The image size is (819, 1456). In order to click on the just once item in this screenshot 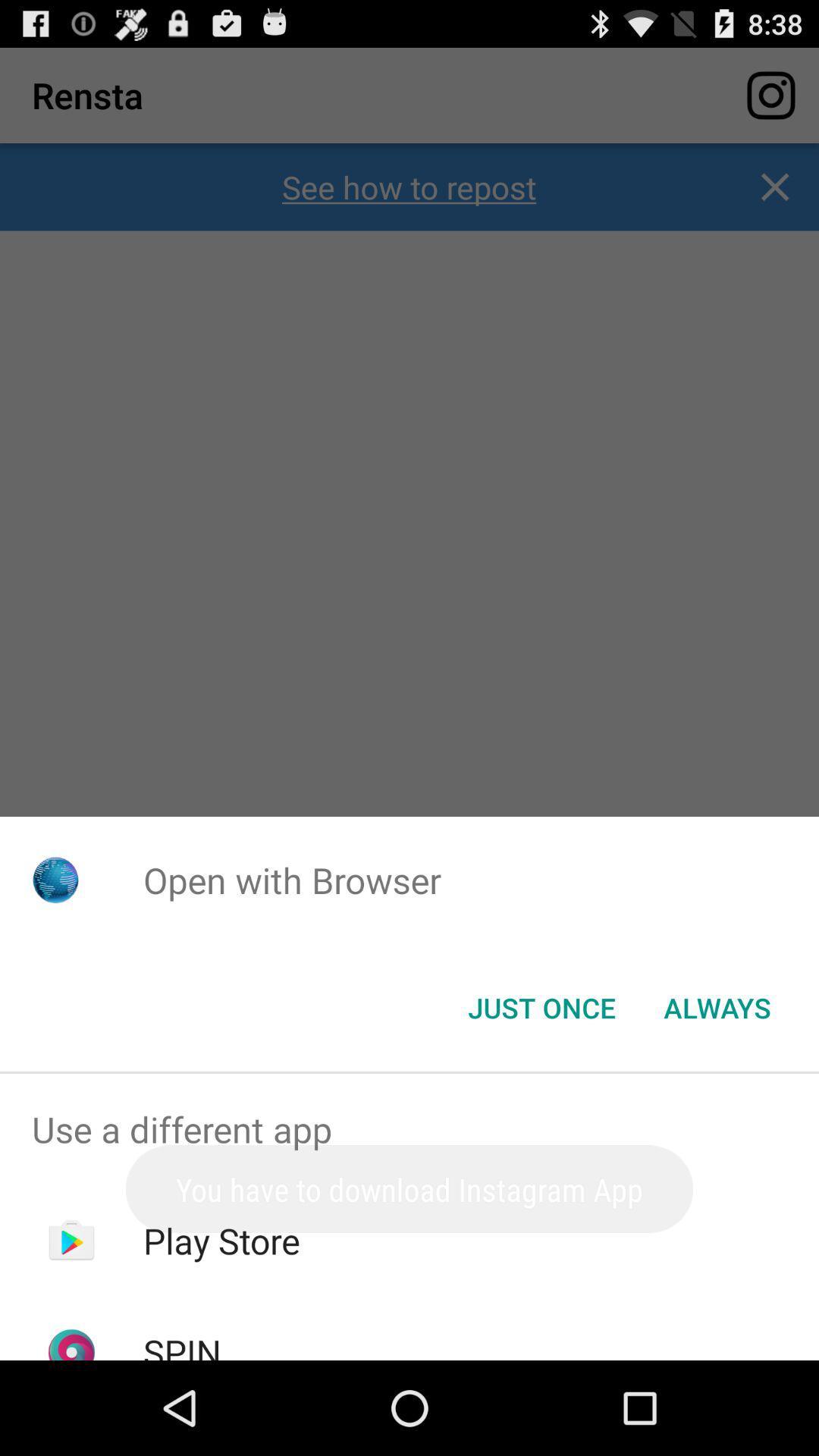, I will do `click(541, 1008)`.